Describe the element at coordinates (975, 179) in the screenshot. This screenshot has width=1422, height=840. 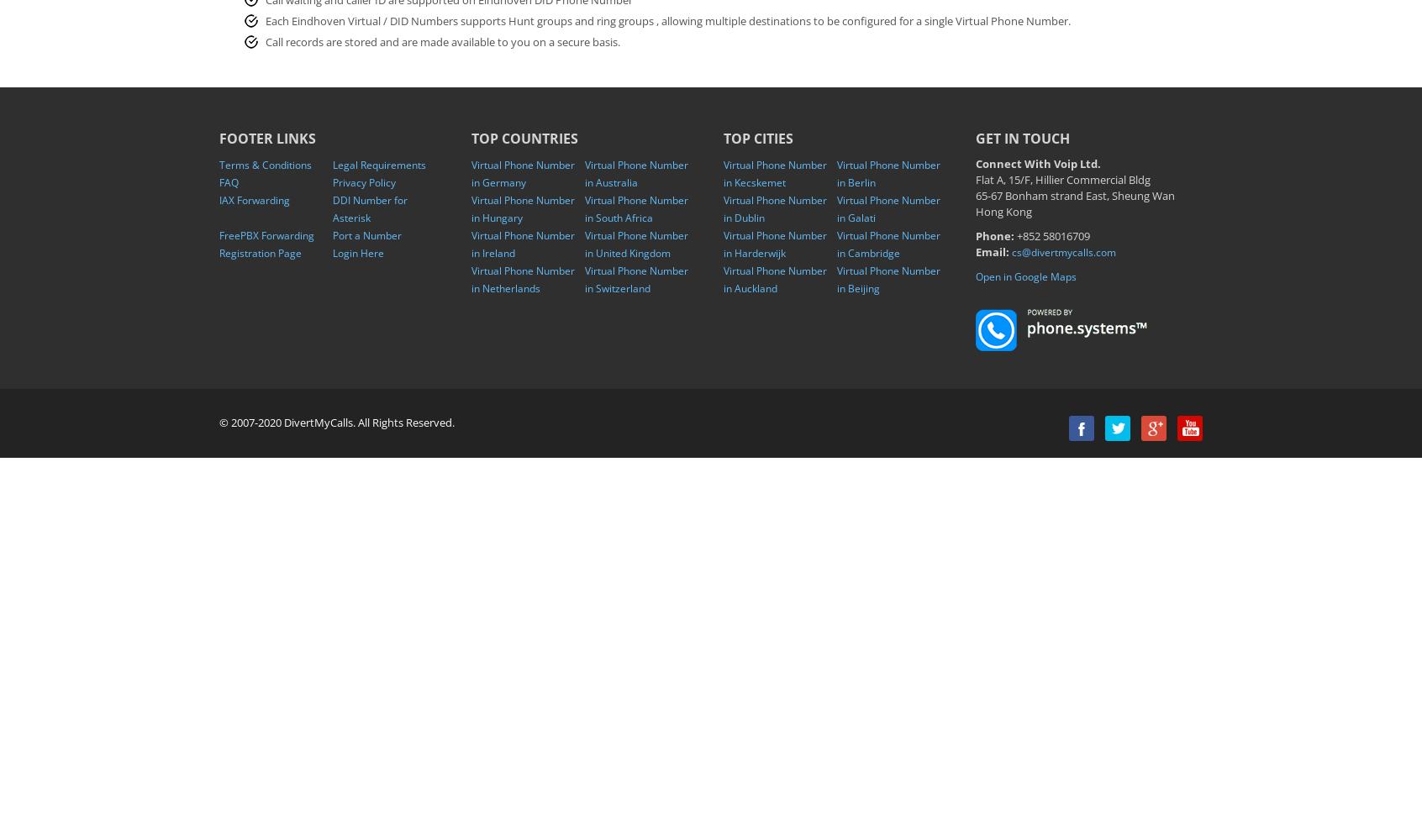
I see `'Flat A, 15/F, Hillier Commercial Bldg'` at that location.